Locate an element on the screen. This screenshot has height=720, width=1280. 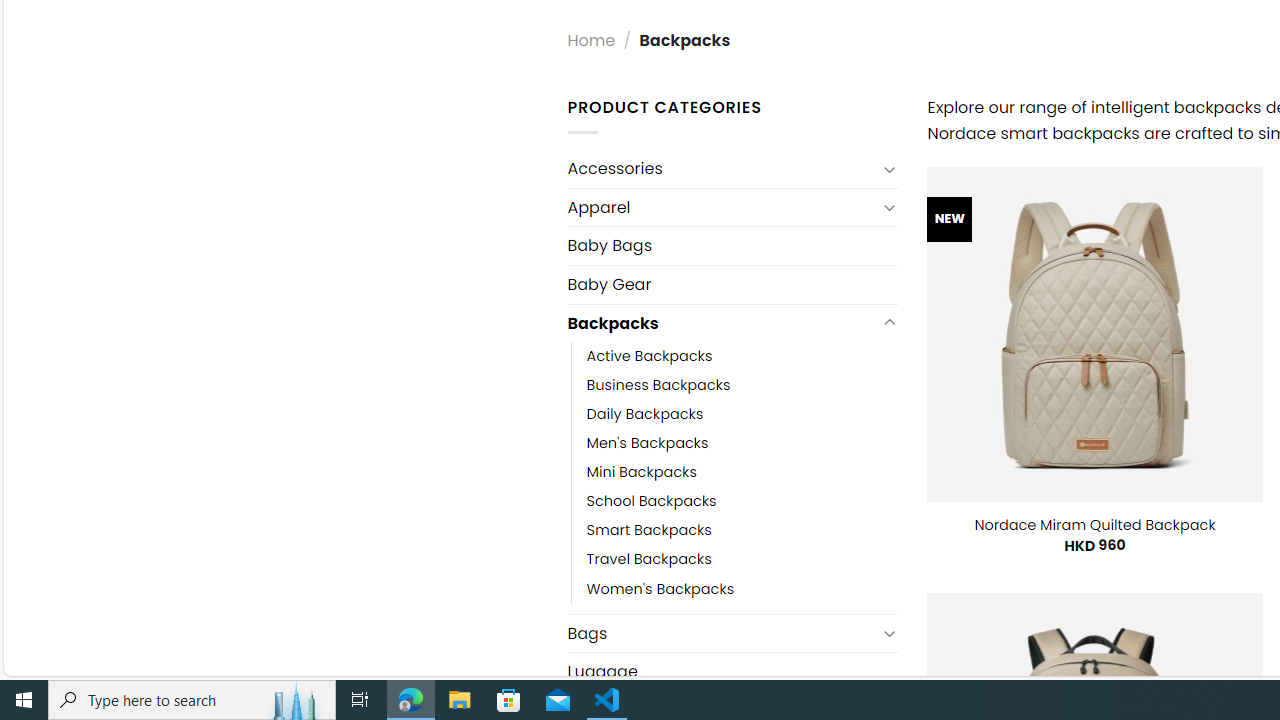
'Accessories' is located at coordinates (720, 167).